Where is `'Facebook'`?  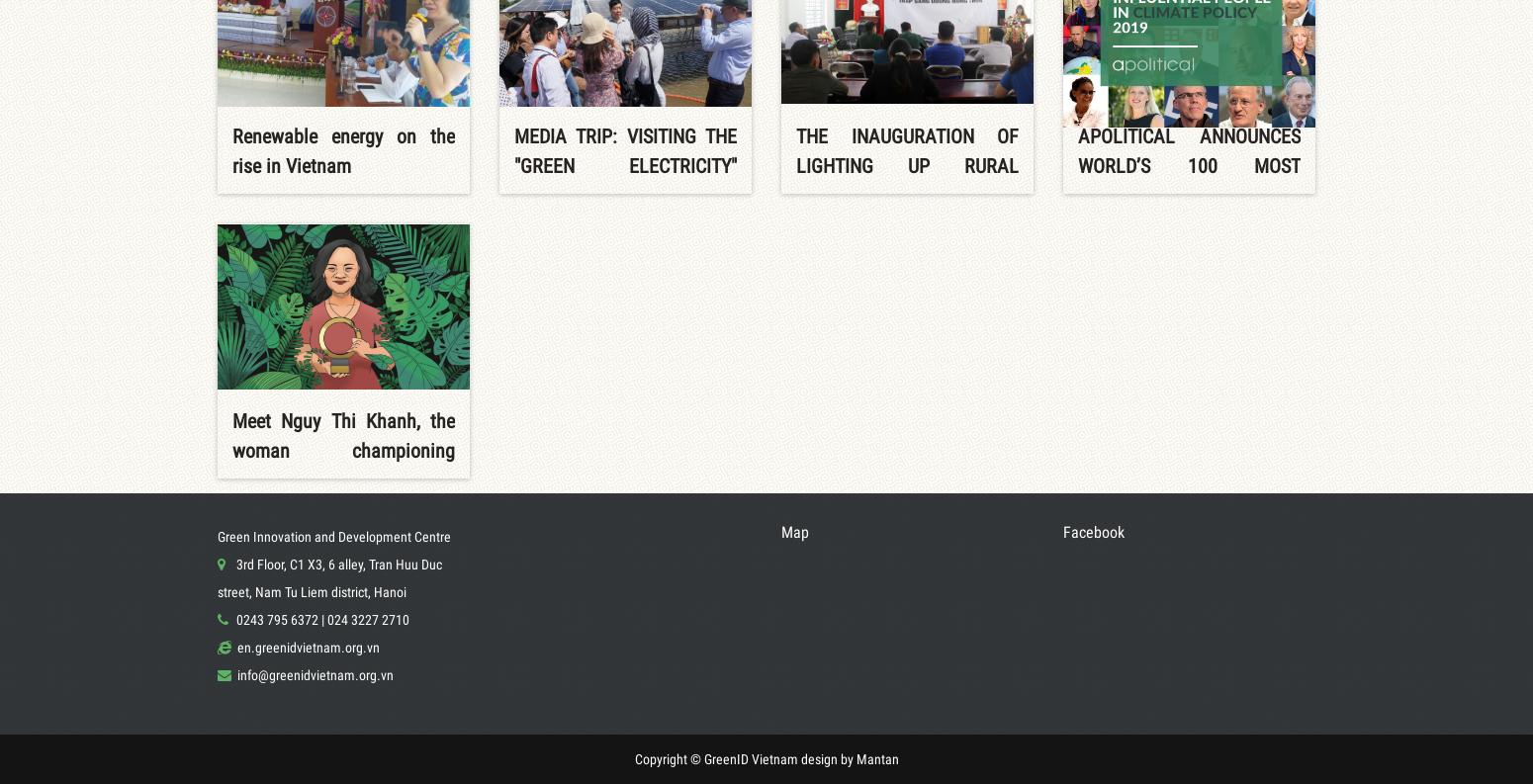
'Facebook' is located at coordinates (1062, 530).